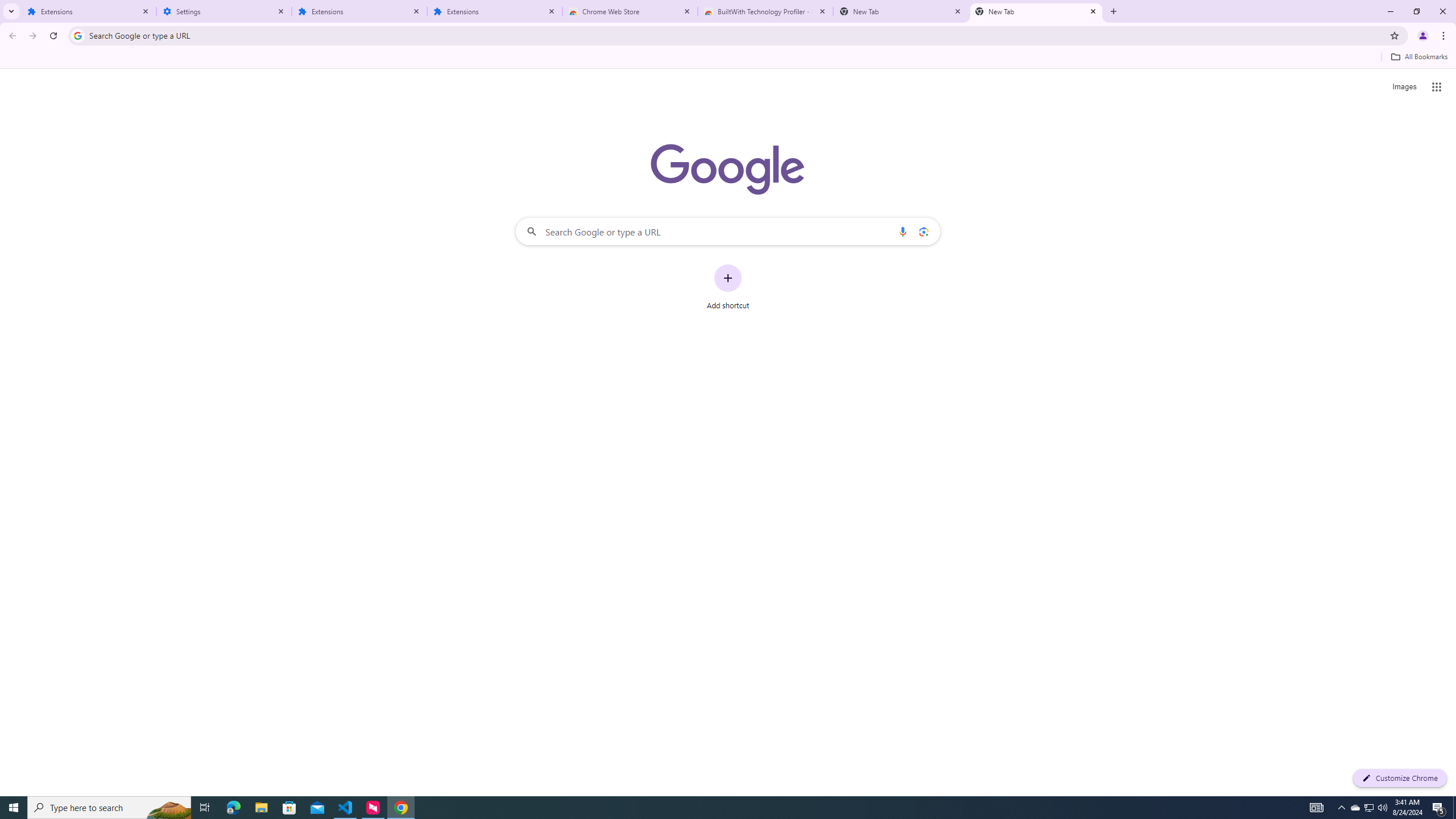 The width and height of the screenshot is (1456, 819). Describe the element at coordinates (77, 35) in the screenshot. I see `'Search icon'` at that location.